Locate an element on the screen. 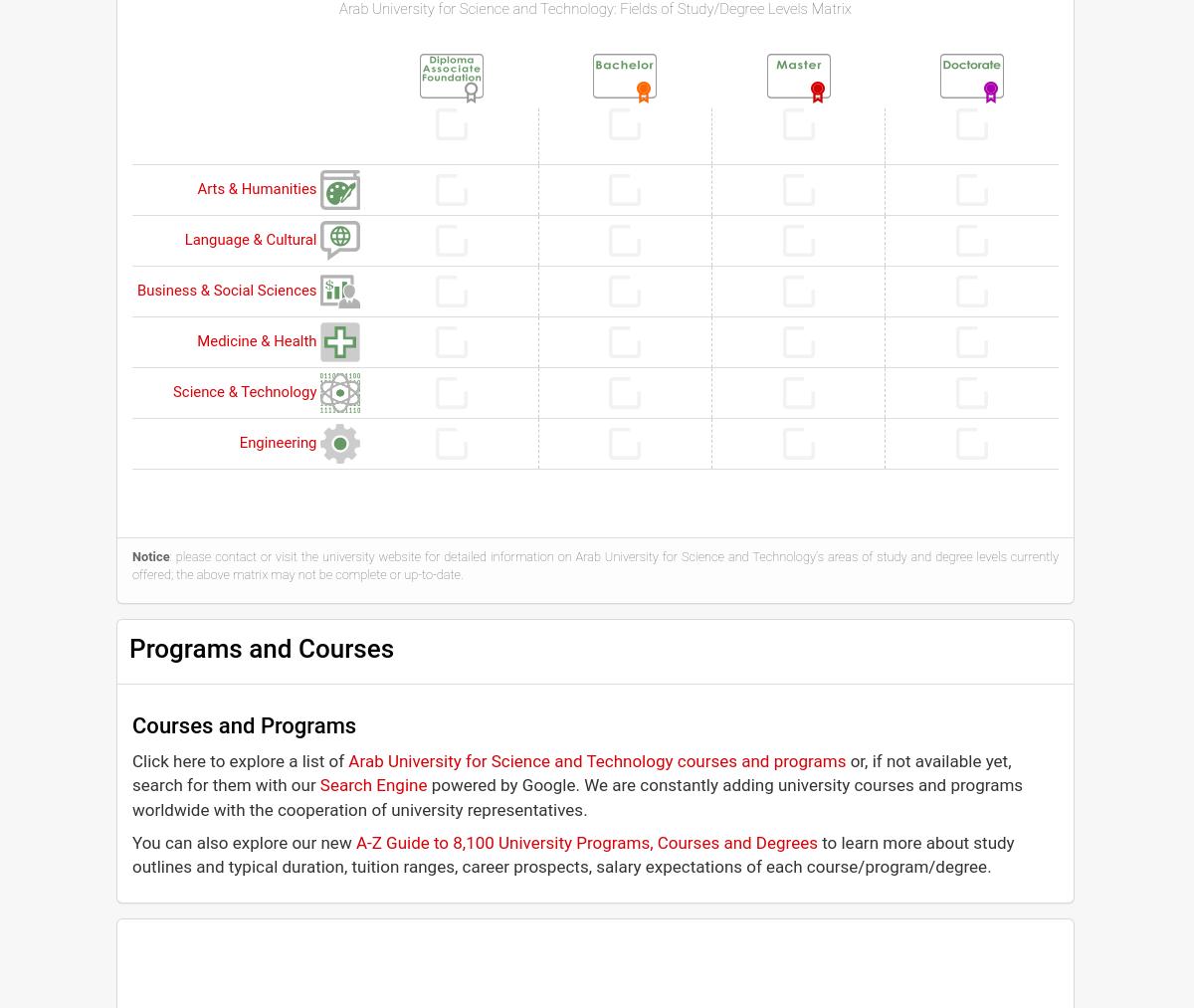 This screenshot has height=1008, width=1194. 'Arts & Humanities' is located at coordinates (258, 189).